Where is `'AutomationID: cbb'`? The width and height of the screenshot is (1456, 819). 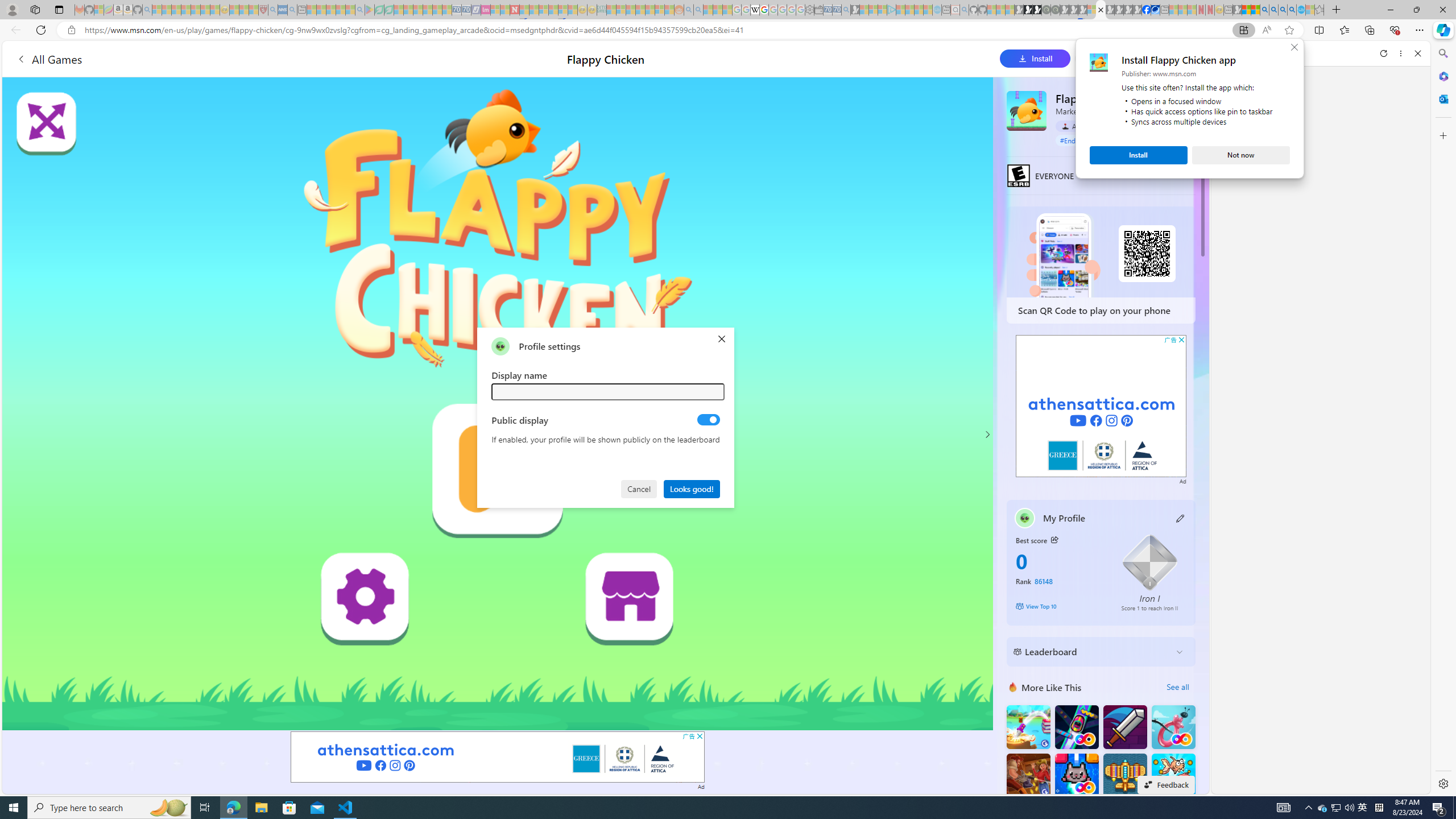 'AutomationID: cbb' is located at coordinates (1181, 340).